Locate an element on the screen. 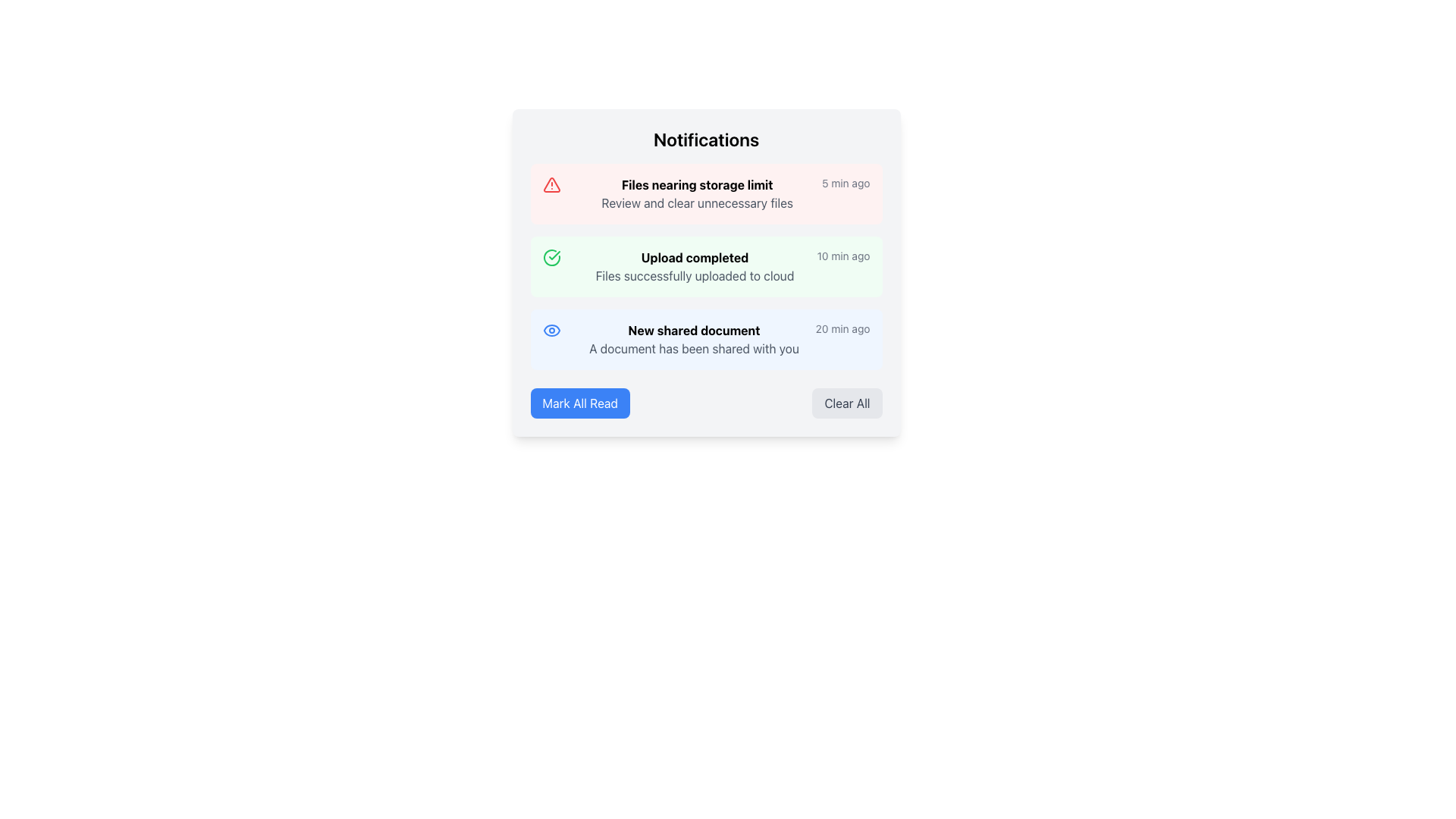 Image resolution: width=1456 pixels, height=819 pixels. the button that marks all notifications as read, located at the bottom left corner of the notifications card is located at coordinates (579, 403).